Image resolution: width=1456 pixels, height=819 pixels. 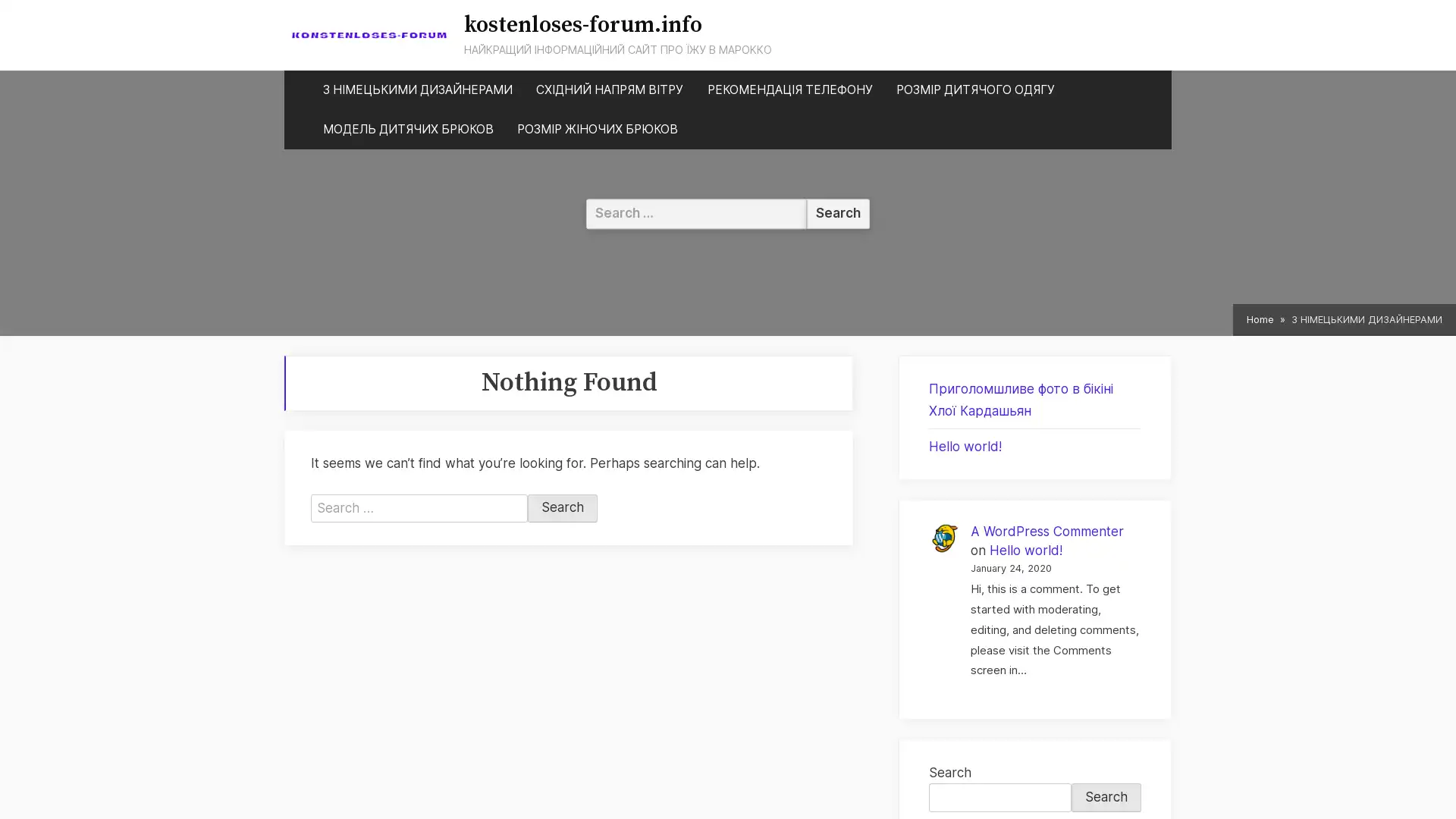 I want to click on Search, so click(x=837, y=213).